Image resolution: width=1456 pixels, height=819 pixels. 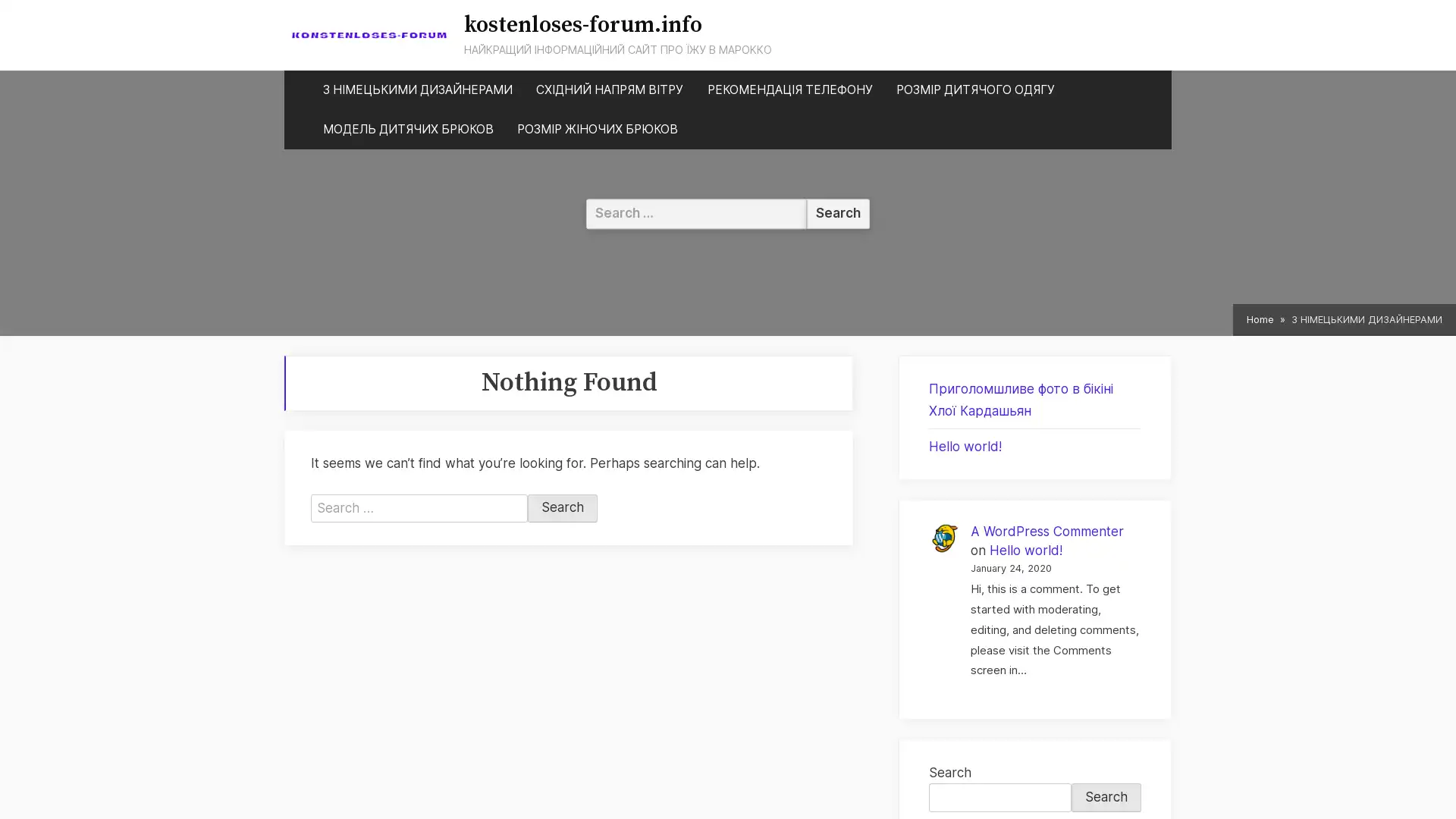 I want to click on Search, so click(x=837, y=213).